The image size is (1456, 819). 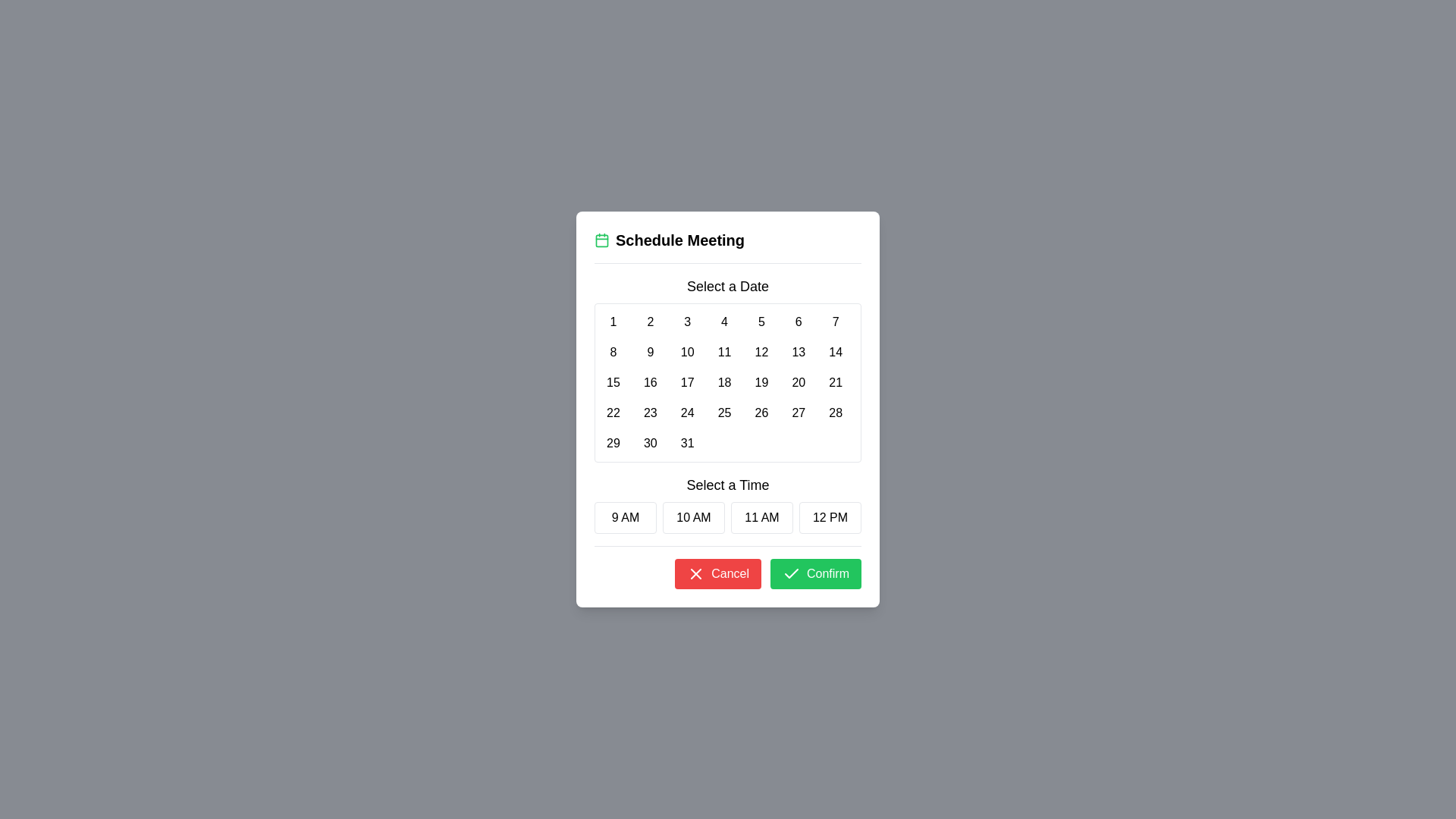 I want to click on the button displaying '17' in the third column of the third row of the calendar grid, so click(x=686, y=382).